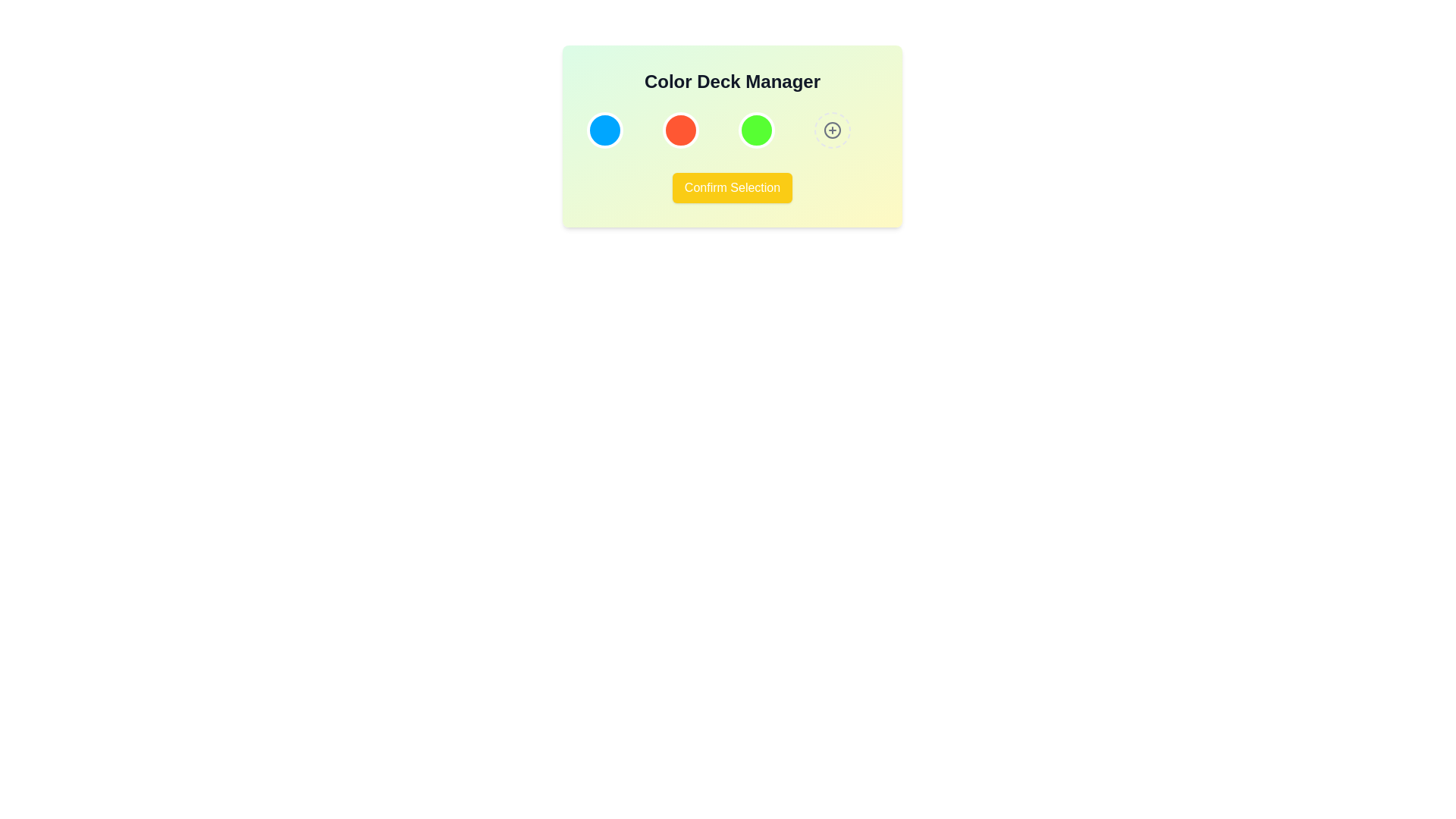 The image size is (1456, 819). What do you see at coordinates (604, 130) in the screenshot?
I see `the first selectable circle located near the top center of the interface, positioned to the left of two other colored circles and an outlined circle to the far right` at bounding box center [604, 130].